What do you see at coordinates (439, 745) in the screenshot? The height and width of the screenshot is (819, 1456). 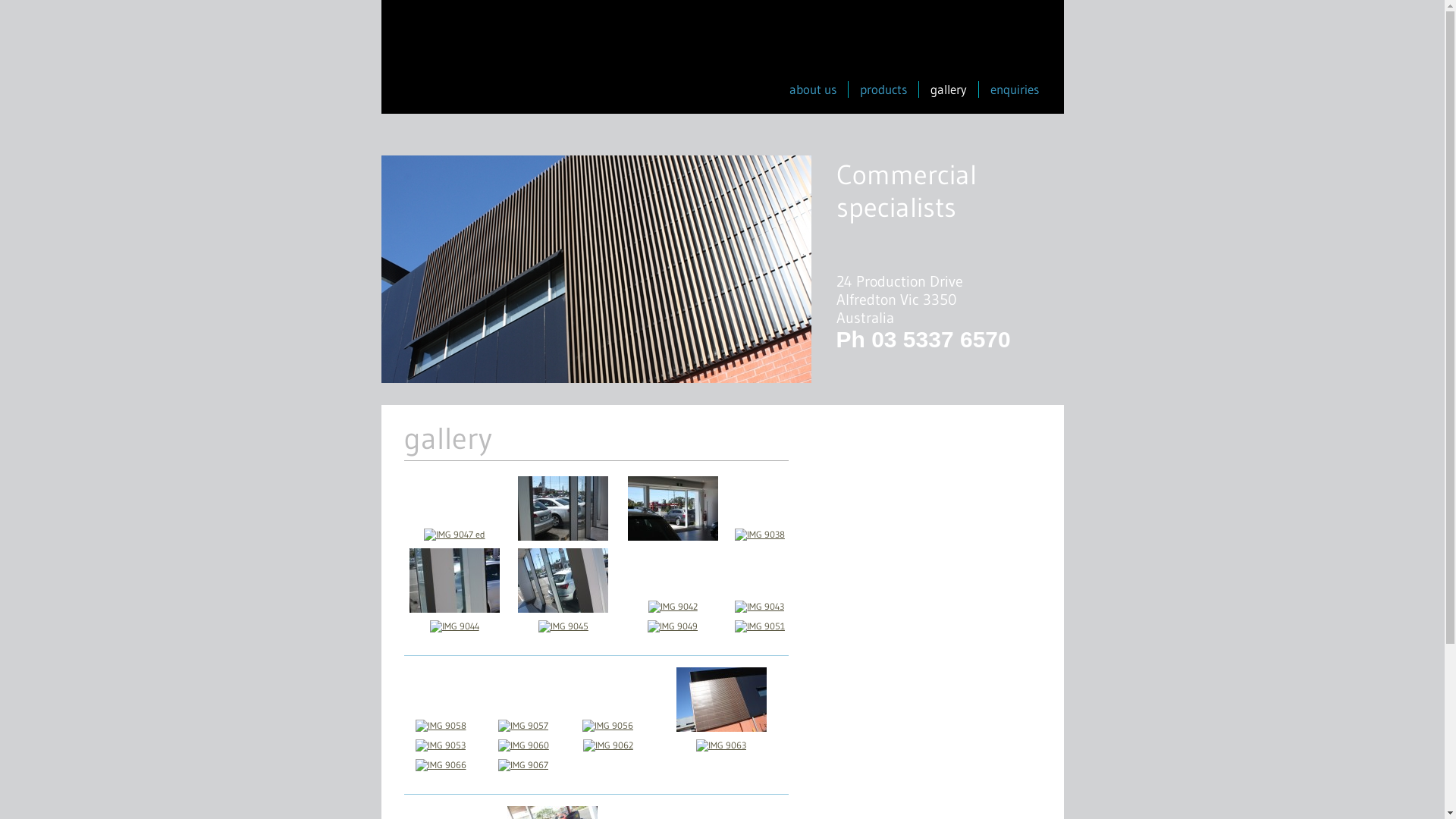 I see `'IMG 9053'` at bounding box center [439, 745].